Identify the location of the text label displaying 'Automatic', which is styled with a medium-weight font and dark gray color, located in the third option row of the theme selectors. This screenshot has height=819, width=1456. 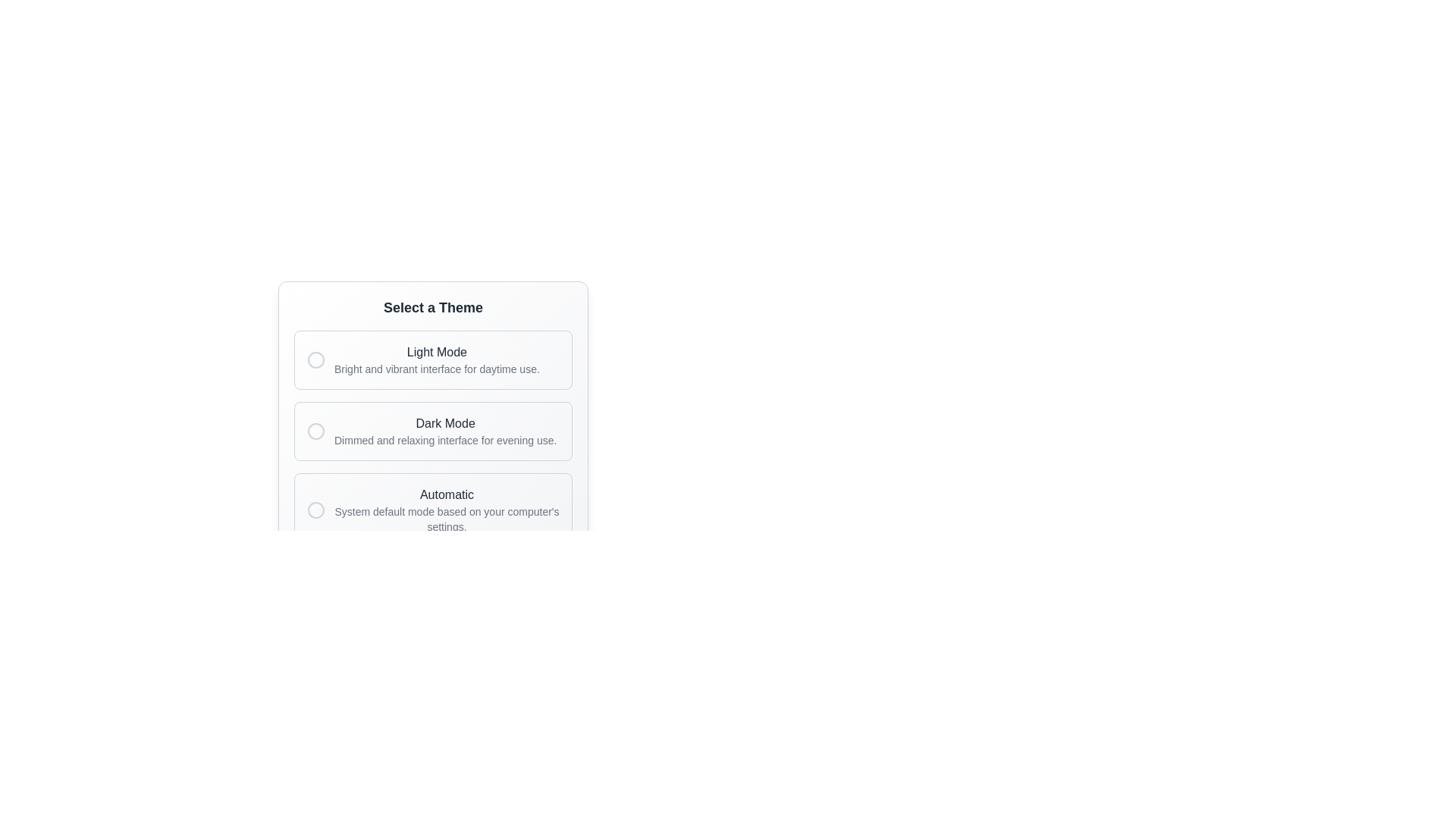
(446, 494).